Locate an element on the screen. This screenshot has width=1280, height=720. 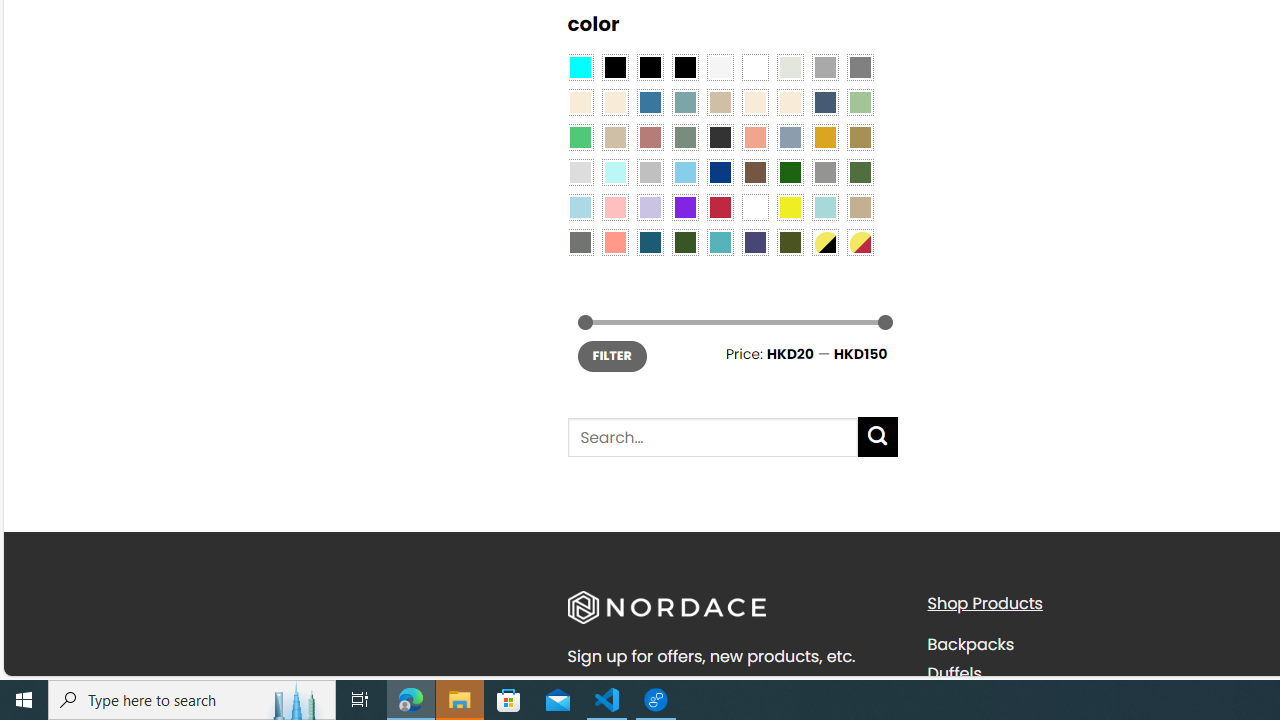
'Yellow-Black' is located at coordinates (824, 242).